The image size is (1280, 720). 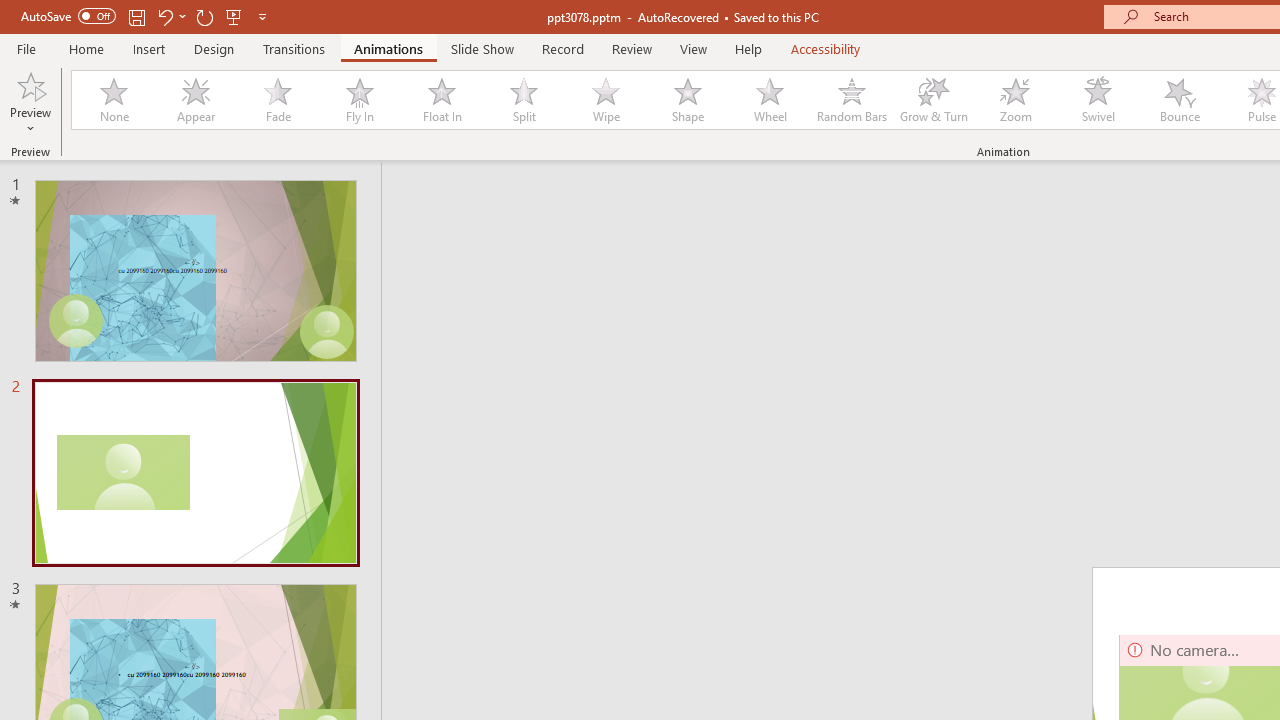 What do you see at coordinates (747, 48) in the screenshot?
I see `'Help'` at bounding box center [747, 48].